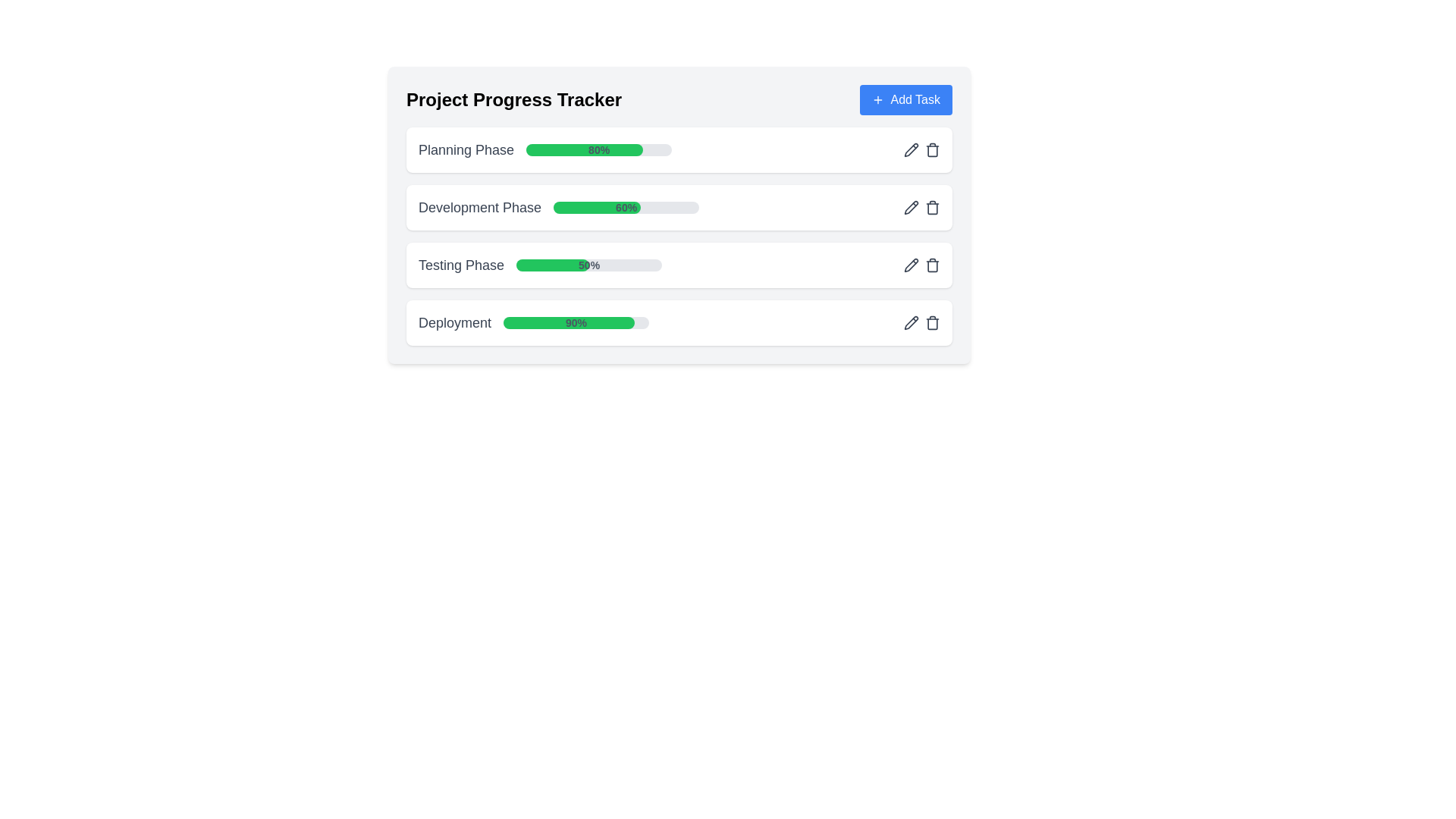 This screenshot has height=819, width=1456. What do you see at coordinates (910, 149) in the screenshot?
I see `the pencil icon button located in the horizontal control group to the right of the task row to initiate task editing` at bounding box center [910, 149].